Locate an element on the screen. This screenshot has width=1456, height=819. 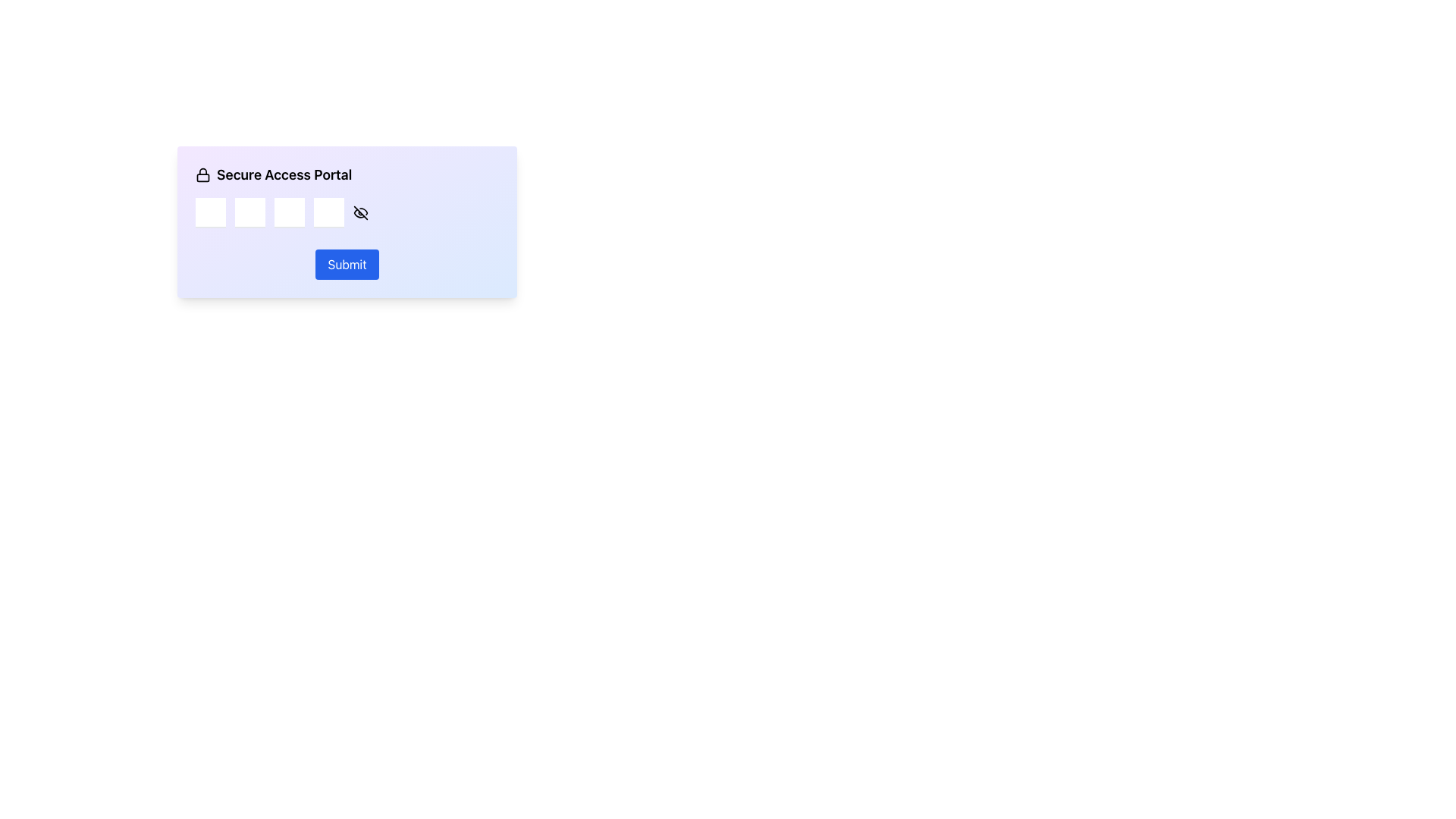
the visibility icon within the secure access form is located at coordinates (346, 222).